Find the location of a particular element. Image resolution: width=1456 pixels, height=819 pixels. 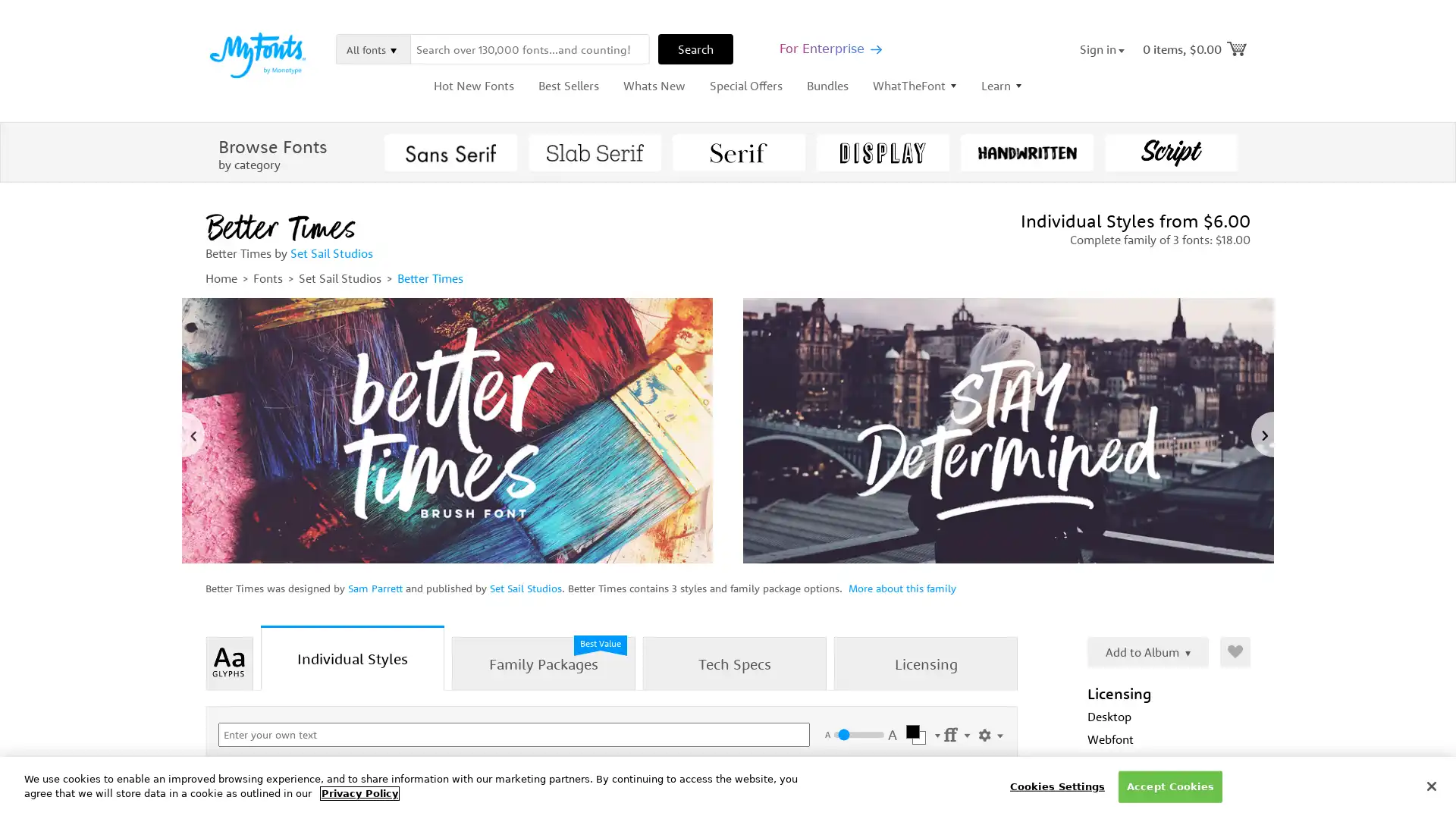

Select Color is located at coordinates (920, 734).